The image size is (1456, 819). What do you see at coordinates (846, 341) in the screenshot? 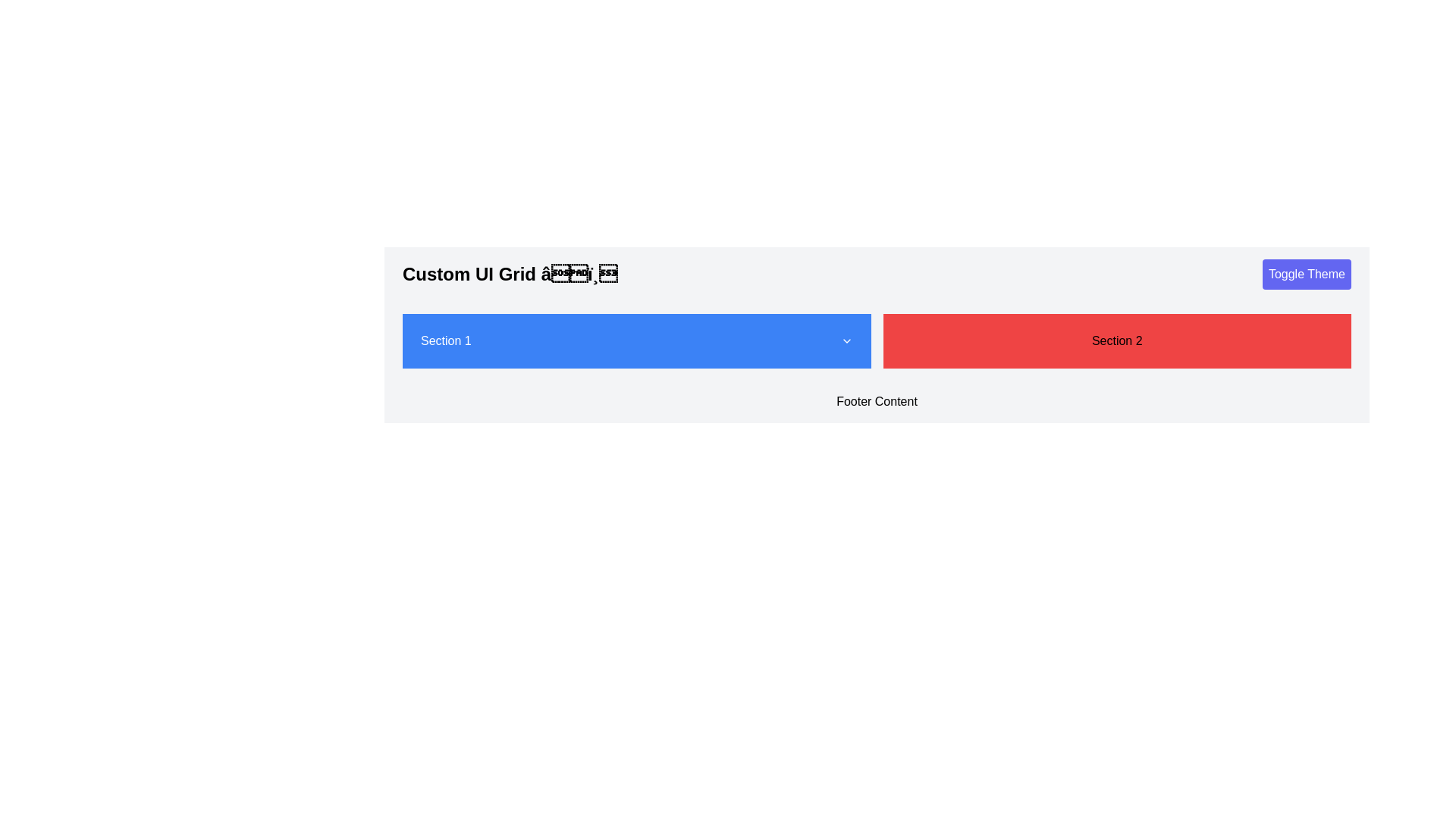
I see `the Chevron icon` at bounding box center [846, 341].